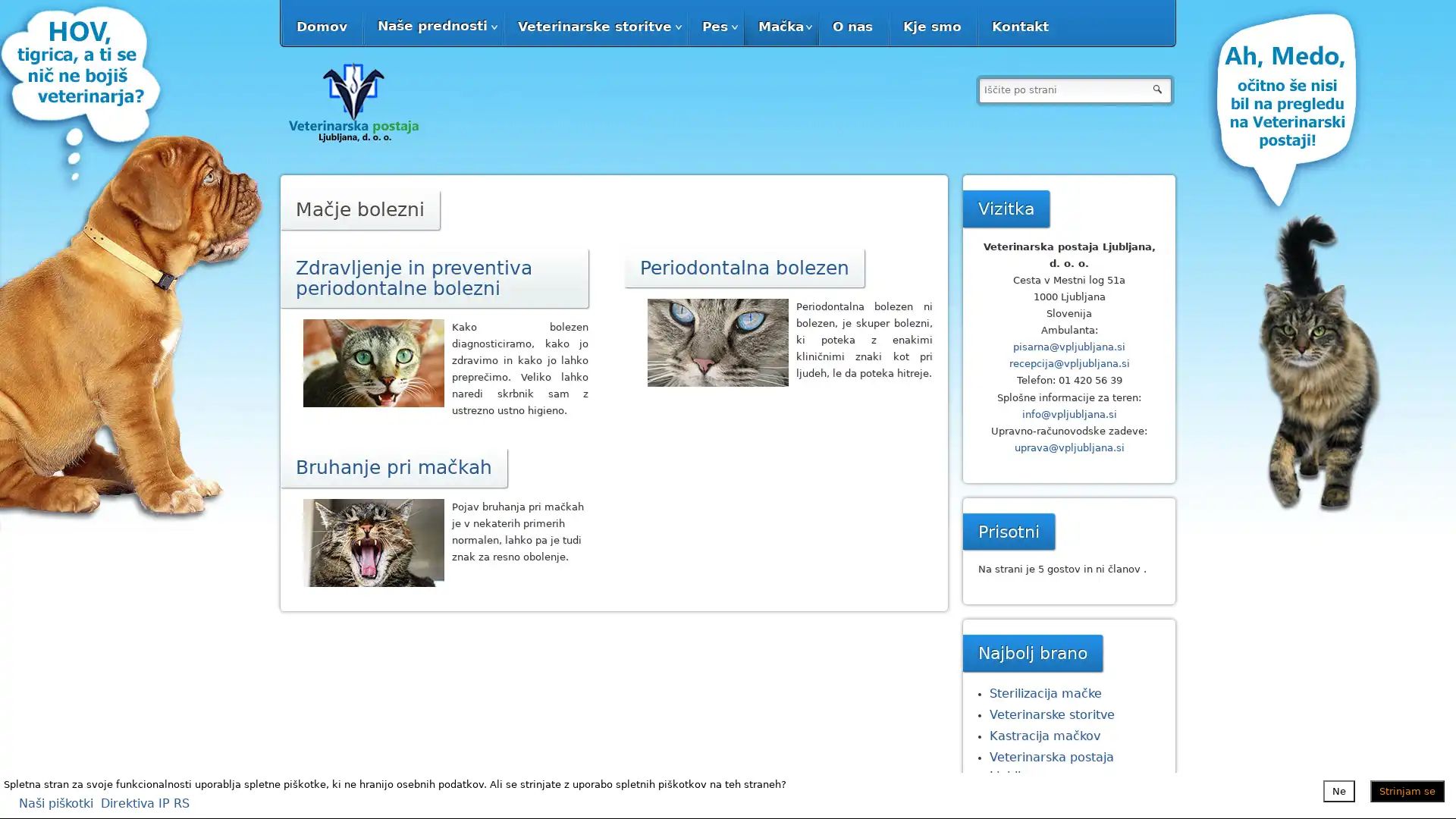  I want to click on Strinjam se, so click(1407, 789).